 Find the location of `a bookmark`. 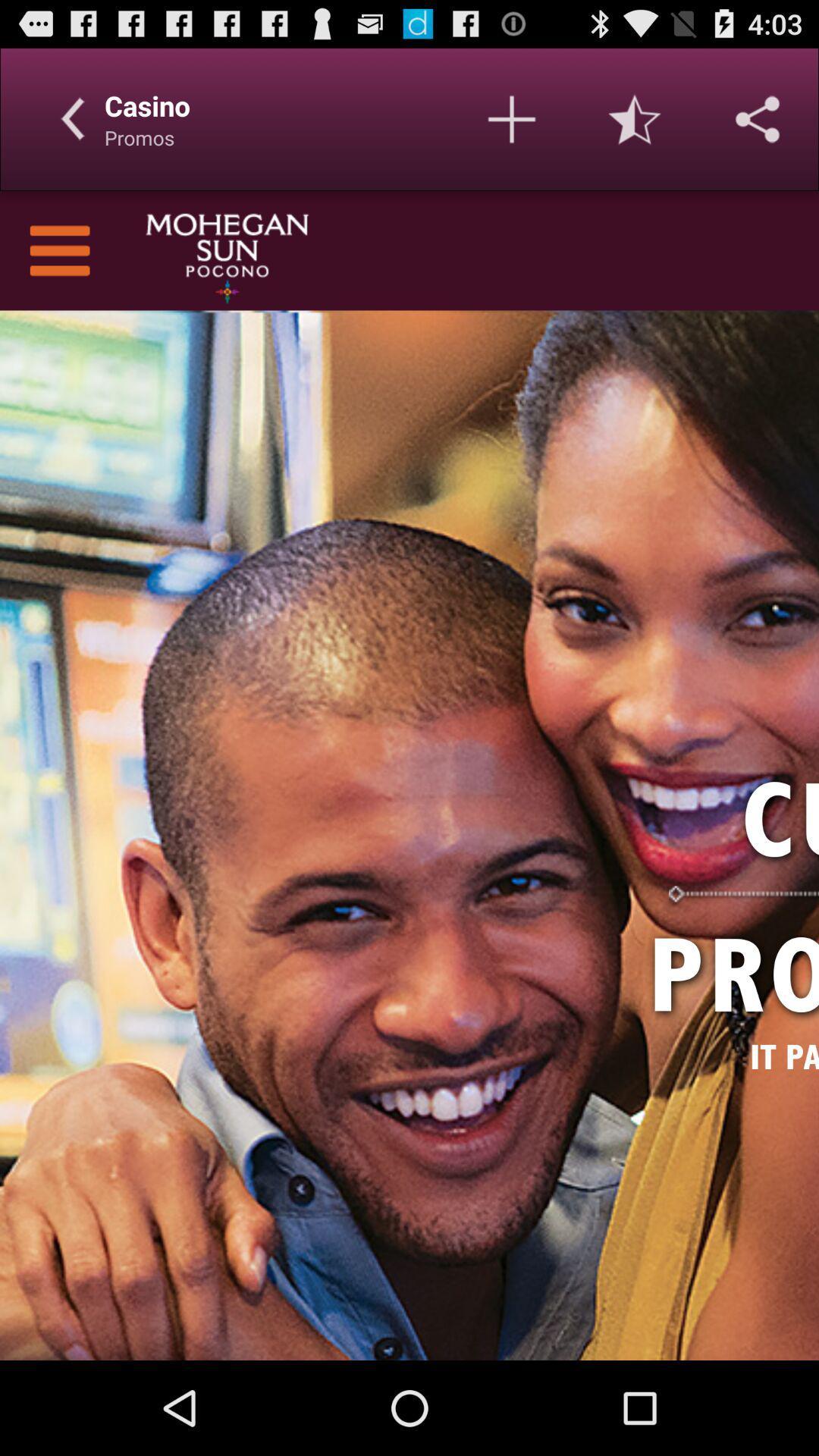

a bookmark is located at coordinates (512, 118).